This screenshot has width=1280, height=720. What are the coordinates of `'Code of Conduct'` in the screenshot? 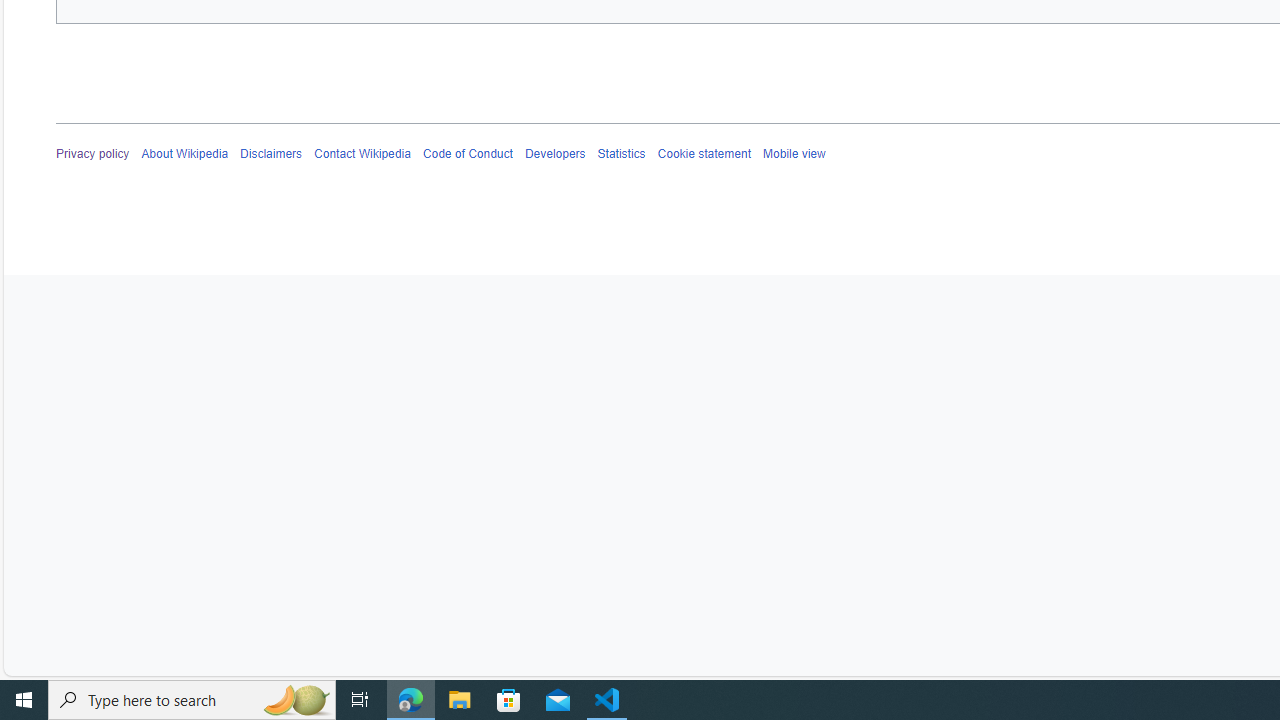 It's located at (466, 153).